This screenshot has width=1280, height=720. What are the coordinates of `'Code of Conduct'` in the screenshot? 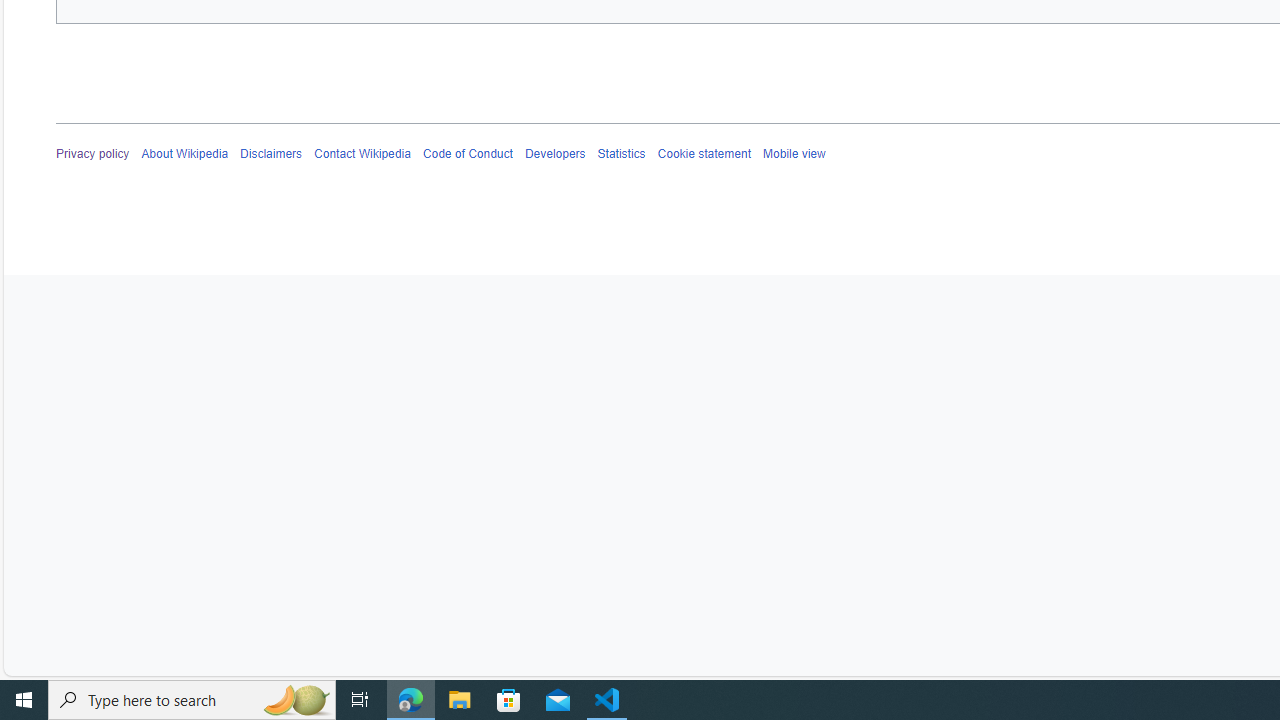 It's located at (466, 153).